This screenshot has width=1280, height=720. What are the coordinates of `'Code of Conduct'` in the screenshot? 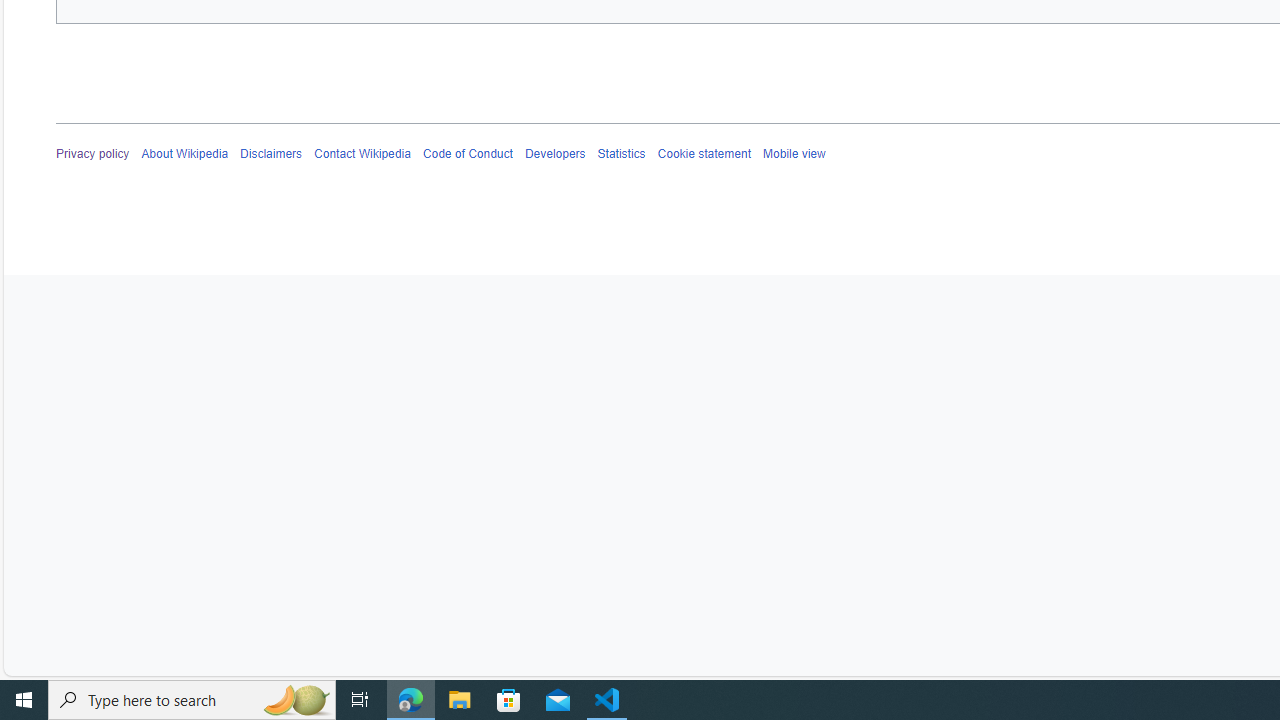 It's located at (466, 153).